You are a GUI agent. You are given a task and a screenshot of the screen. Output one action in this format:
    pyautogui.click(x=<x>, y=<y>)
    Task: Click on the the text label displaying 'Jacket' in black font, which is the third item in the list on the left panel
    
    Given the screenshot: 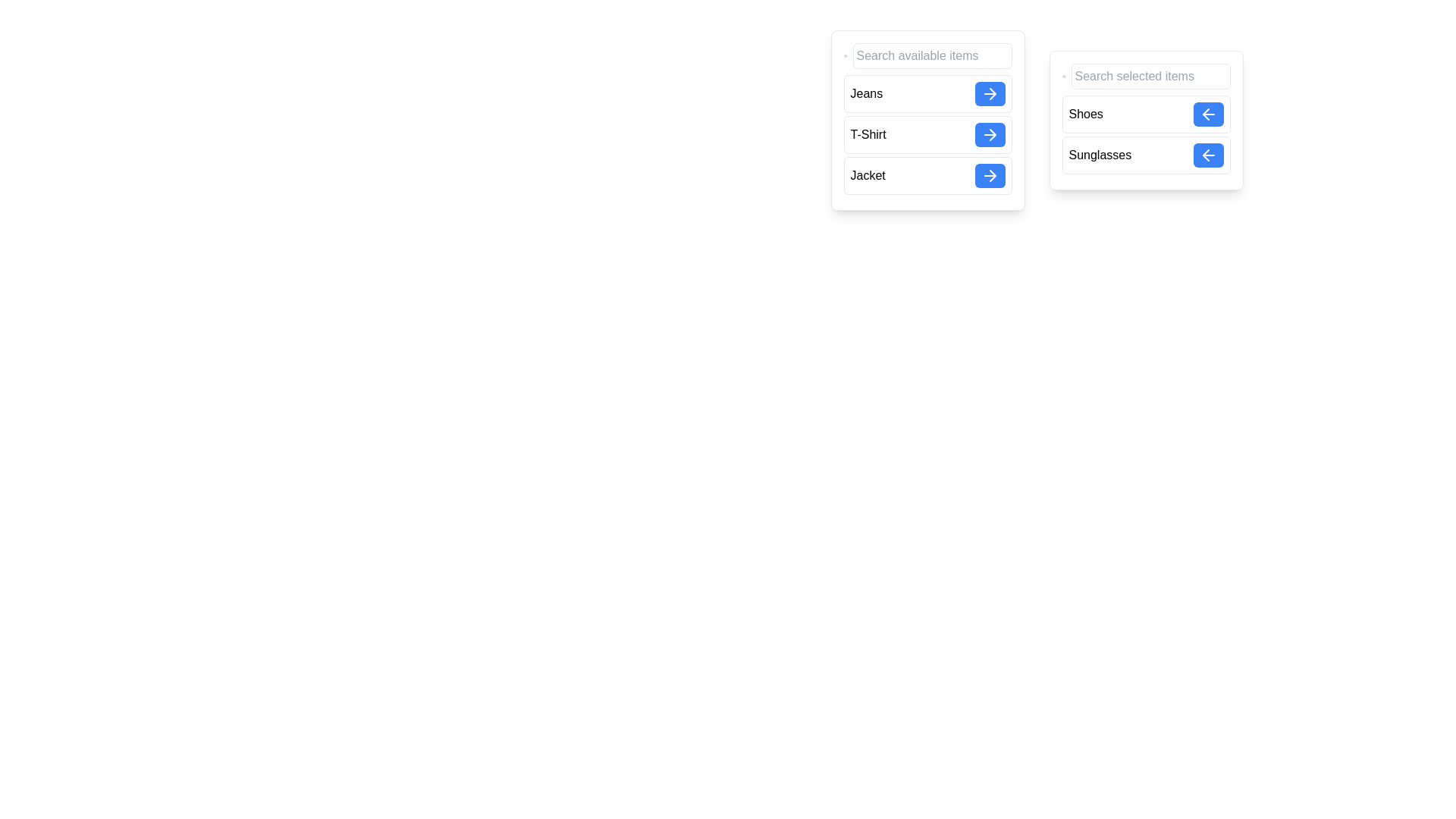 What is the action you would take?
    pyautogui.click(x=868, y=174)
    